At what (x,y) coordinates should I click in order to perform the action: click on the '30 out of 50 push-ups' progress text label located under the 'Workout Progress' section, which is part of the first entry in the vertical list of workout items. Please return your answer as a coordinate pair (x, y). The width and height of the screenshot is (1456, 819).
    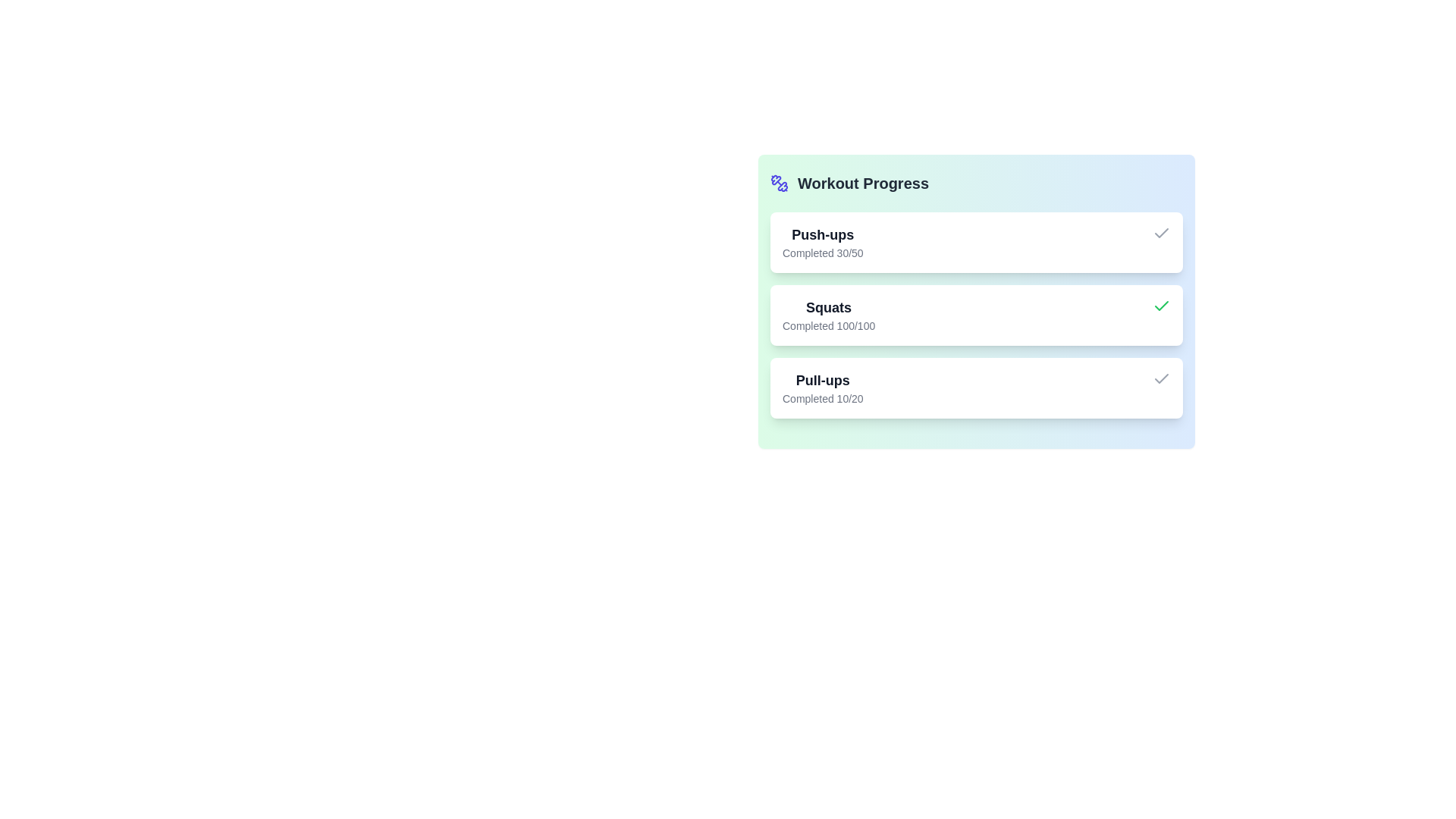
    Looking at the image, I should click on (822, 253).